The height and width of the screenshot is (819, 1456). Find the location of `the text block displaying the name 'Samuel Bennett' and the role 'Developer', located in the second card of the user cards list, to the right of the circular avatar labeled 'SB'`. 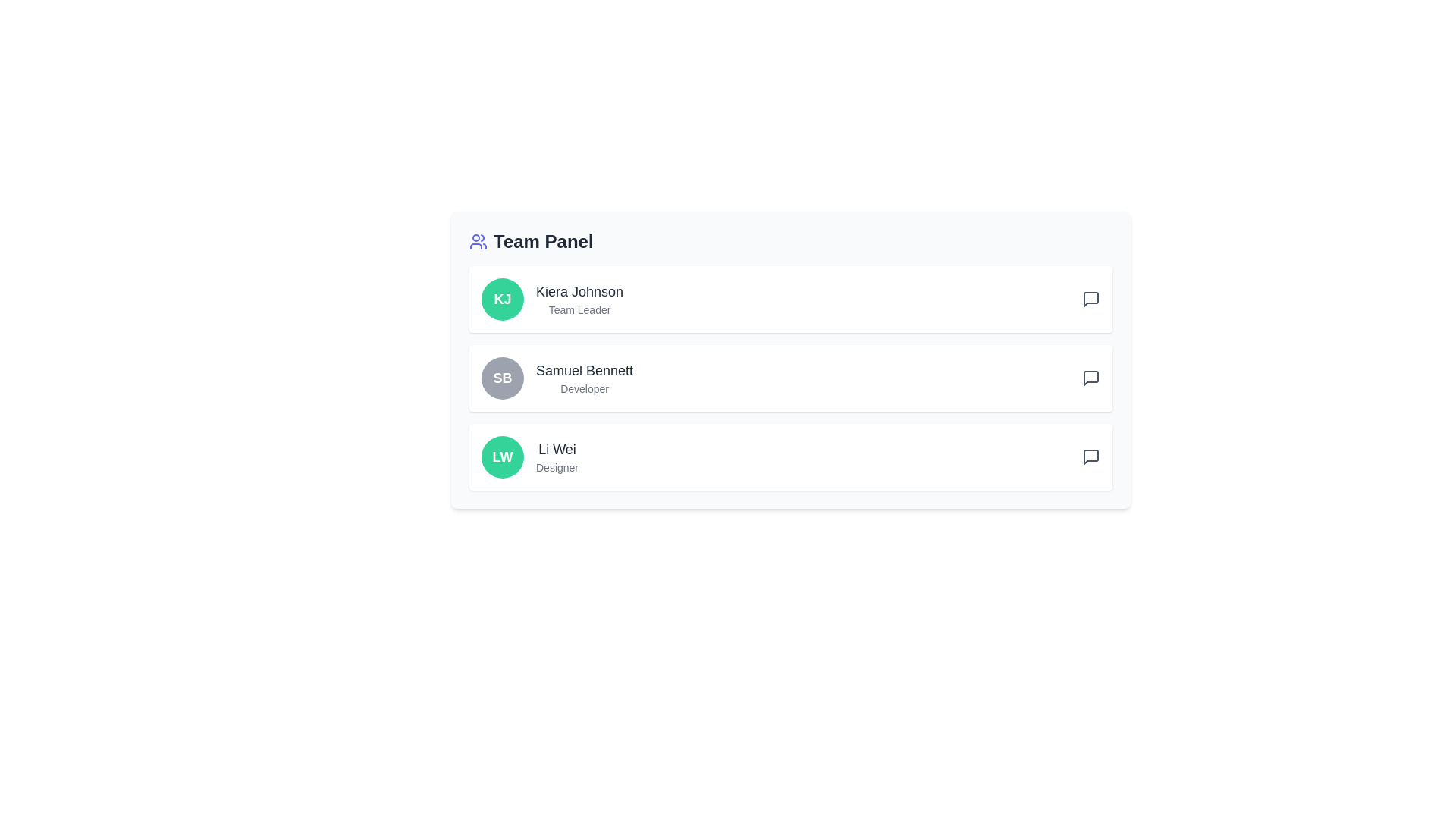

the text block displaying the name 'Samuel Bennett' and the role 'Developer', located in the second card of the user cards list, to the right of the circular avatar labeled 'SB' is located at coordinates (584, 377).